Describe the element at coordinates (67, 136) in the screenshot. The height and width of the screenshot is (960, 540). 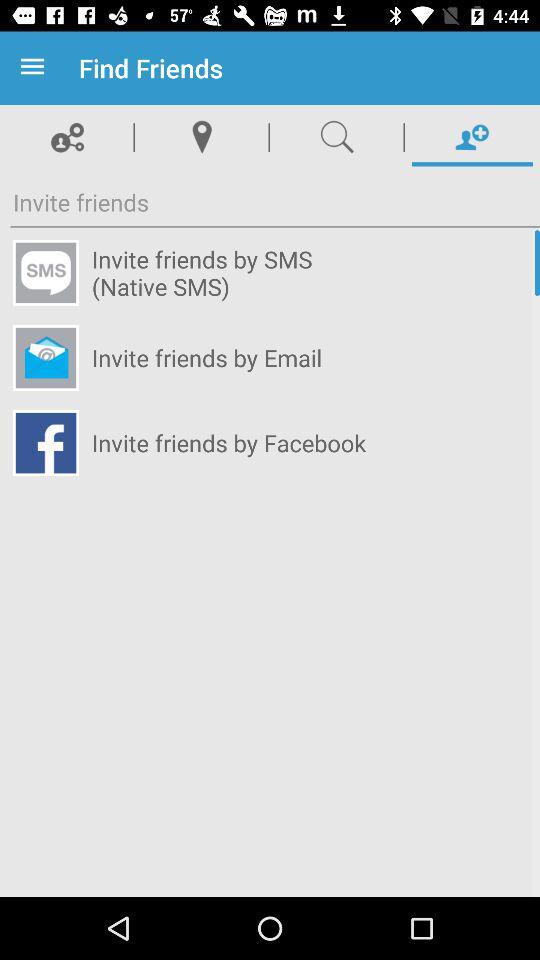
I see `above invite friends` at that location.